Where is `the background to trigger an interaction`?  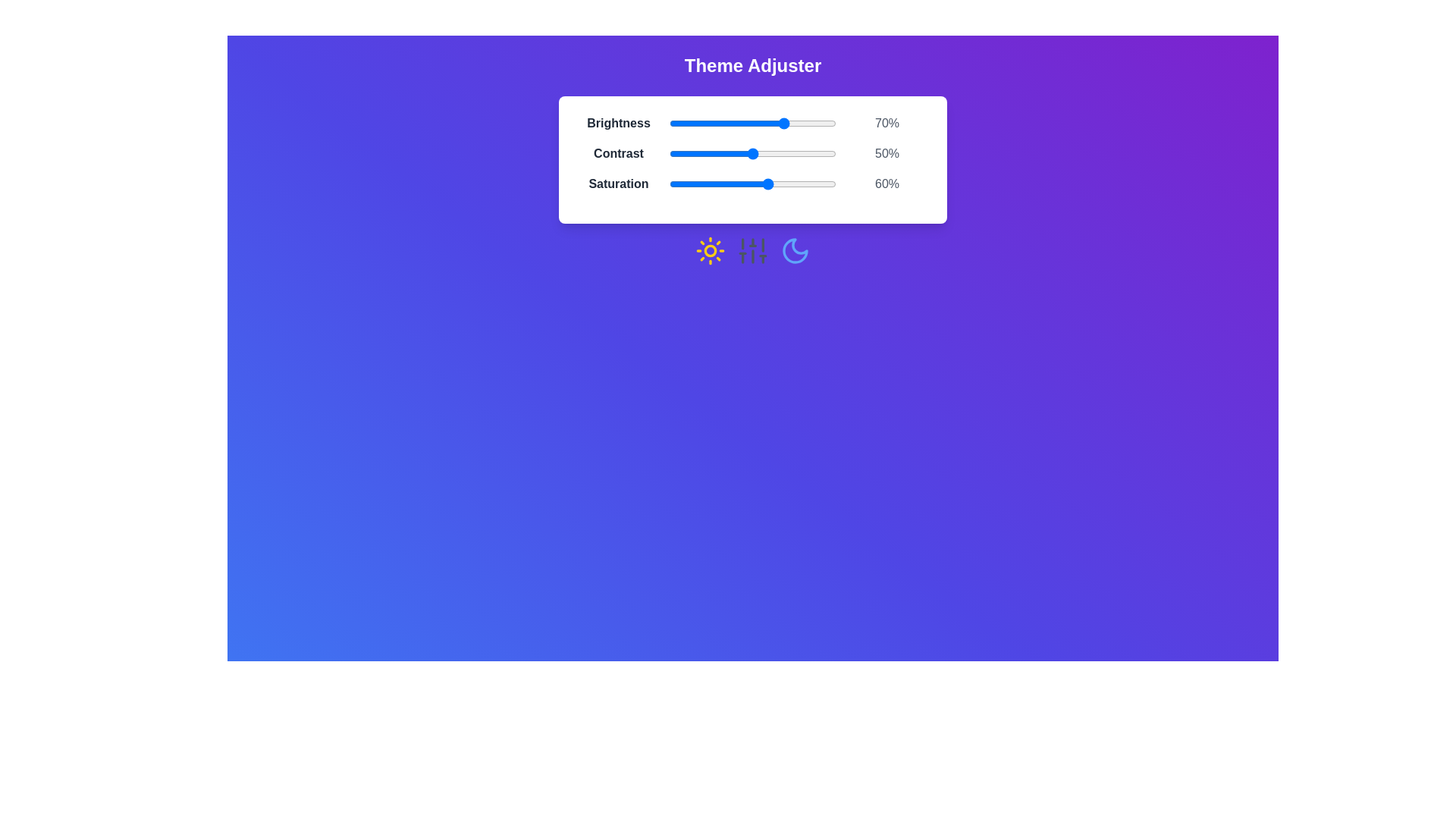 the background to trigger an interaction is located at coordinates (582, 388).